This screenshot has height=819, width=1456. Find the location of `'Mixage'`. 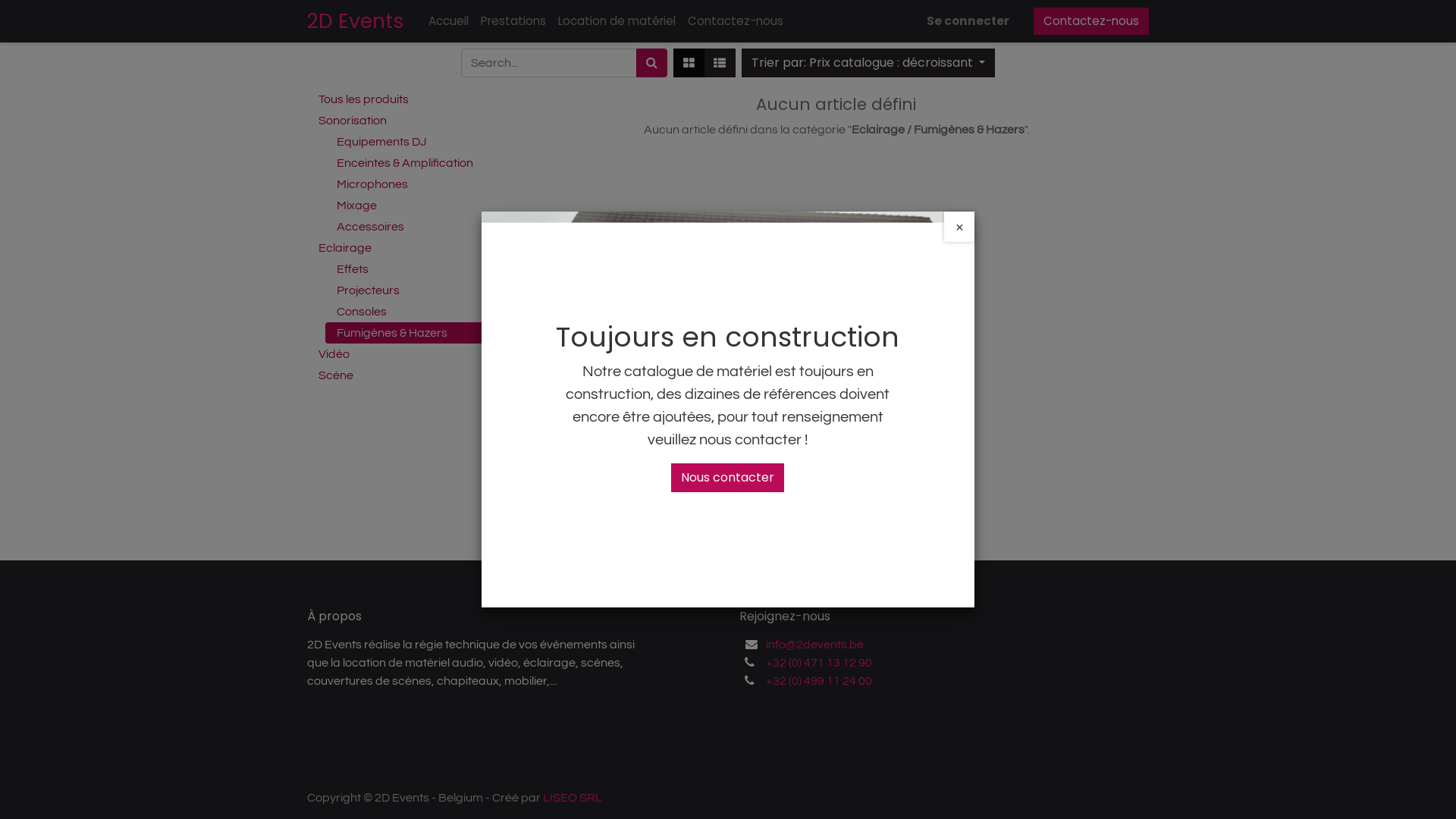

'Mixage' is located at coordinates (413, 205).